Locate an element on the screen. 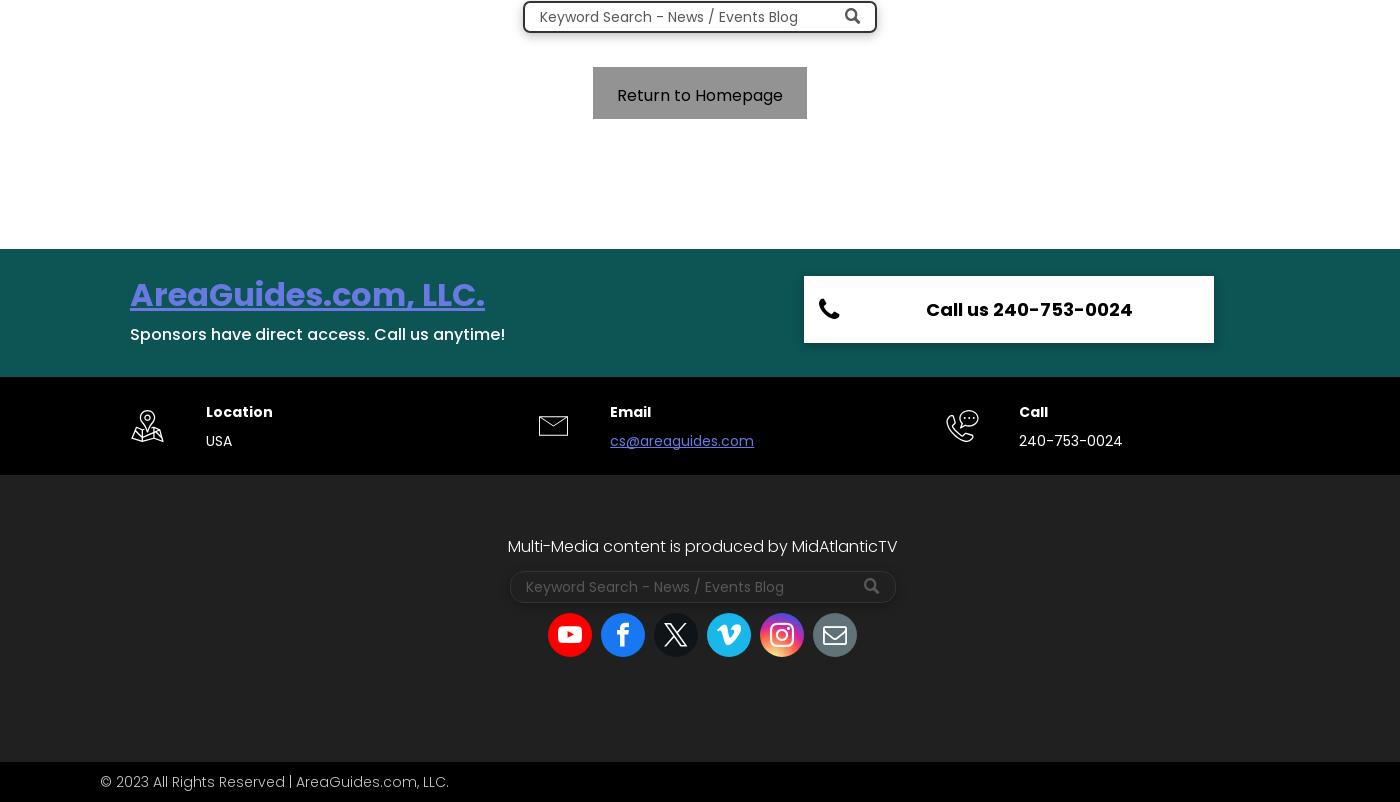  'Call us 240-753-0024' is located at coordinates (1028, 308).